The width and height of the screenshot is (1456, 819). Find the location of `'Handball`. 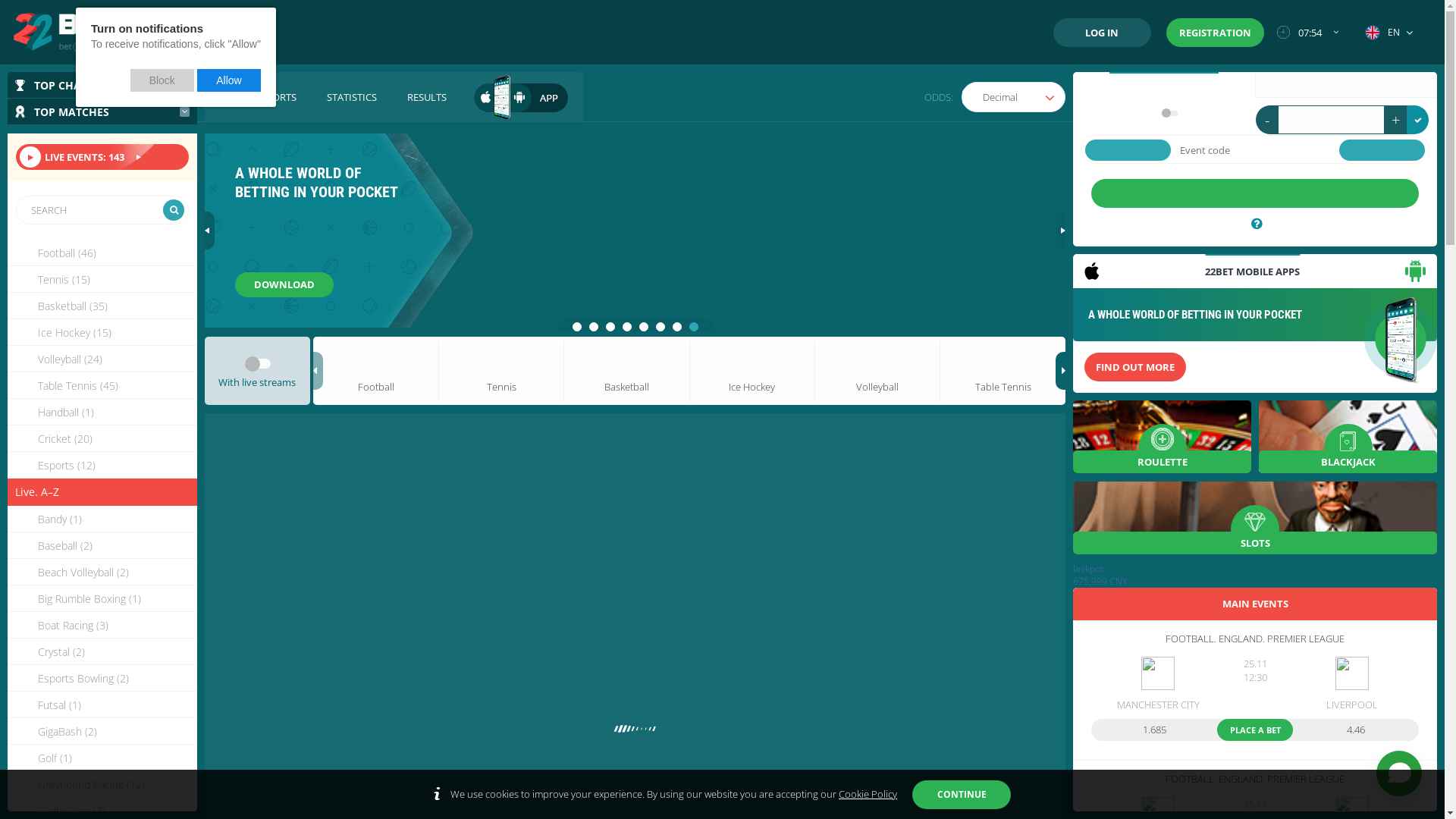

'Handball is located at coordinates (101, 412).